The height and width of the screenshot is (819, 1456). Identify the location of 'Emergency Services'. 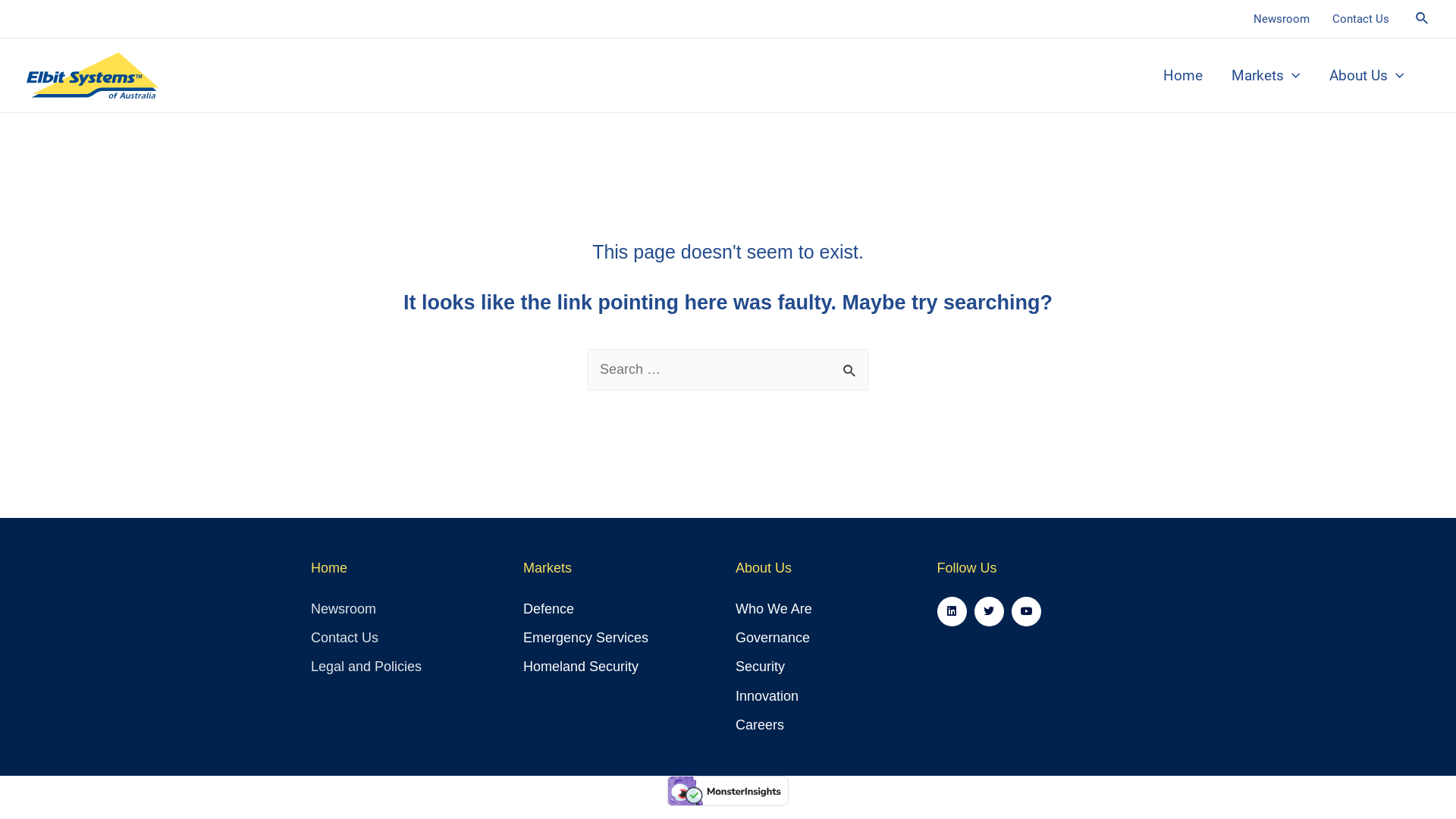
(523, 638).